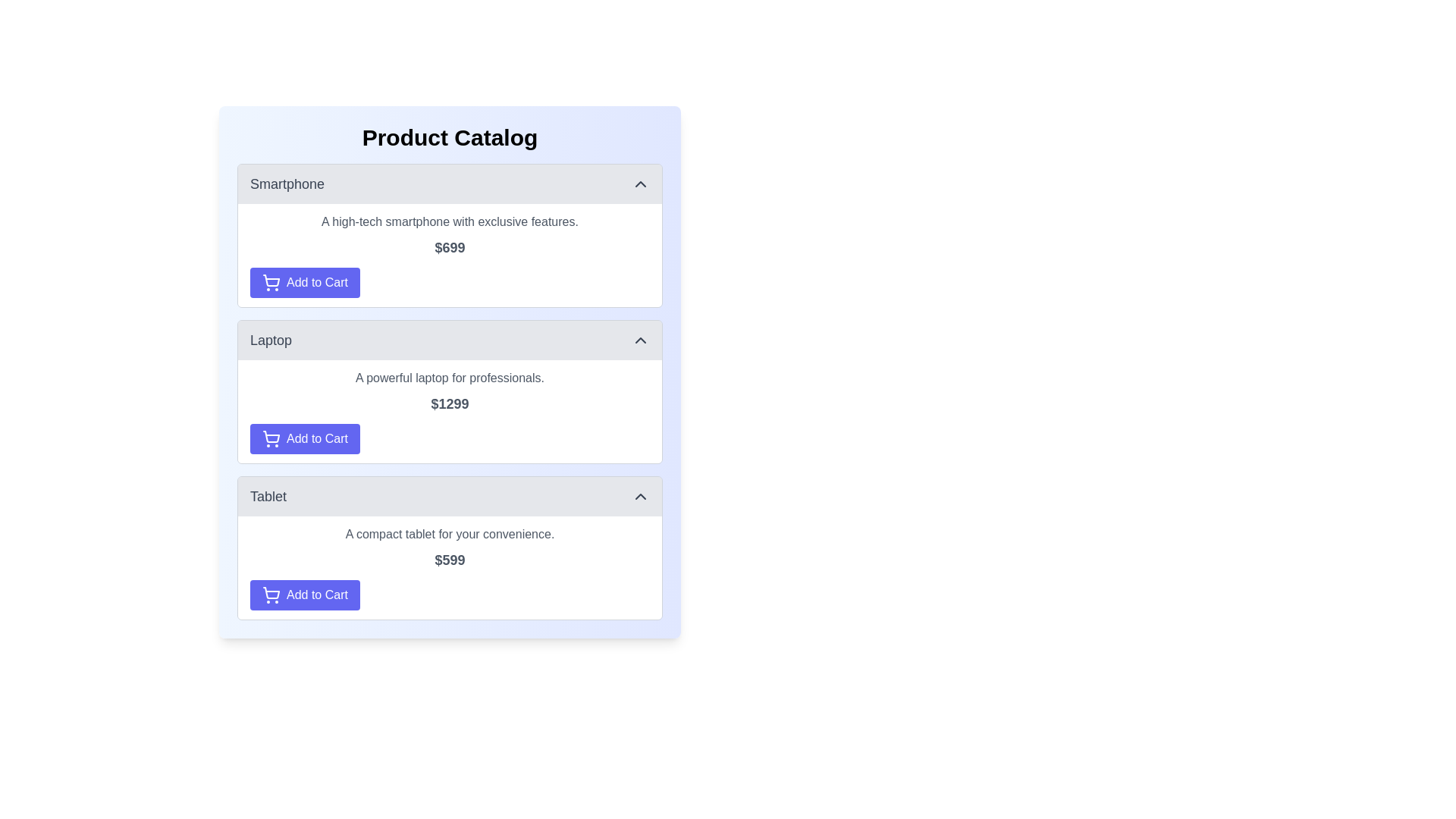  What do you see at coordinates (271, 283) in the screenshot?
I see `the 'Add to Cart' button which contains the shopping cart icon styled as an outline sketch, located at the bottom-left corner of the product card for the 'Smartphone' item` at bounding box center [271, 283].